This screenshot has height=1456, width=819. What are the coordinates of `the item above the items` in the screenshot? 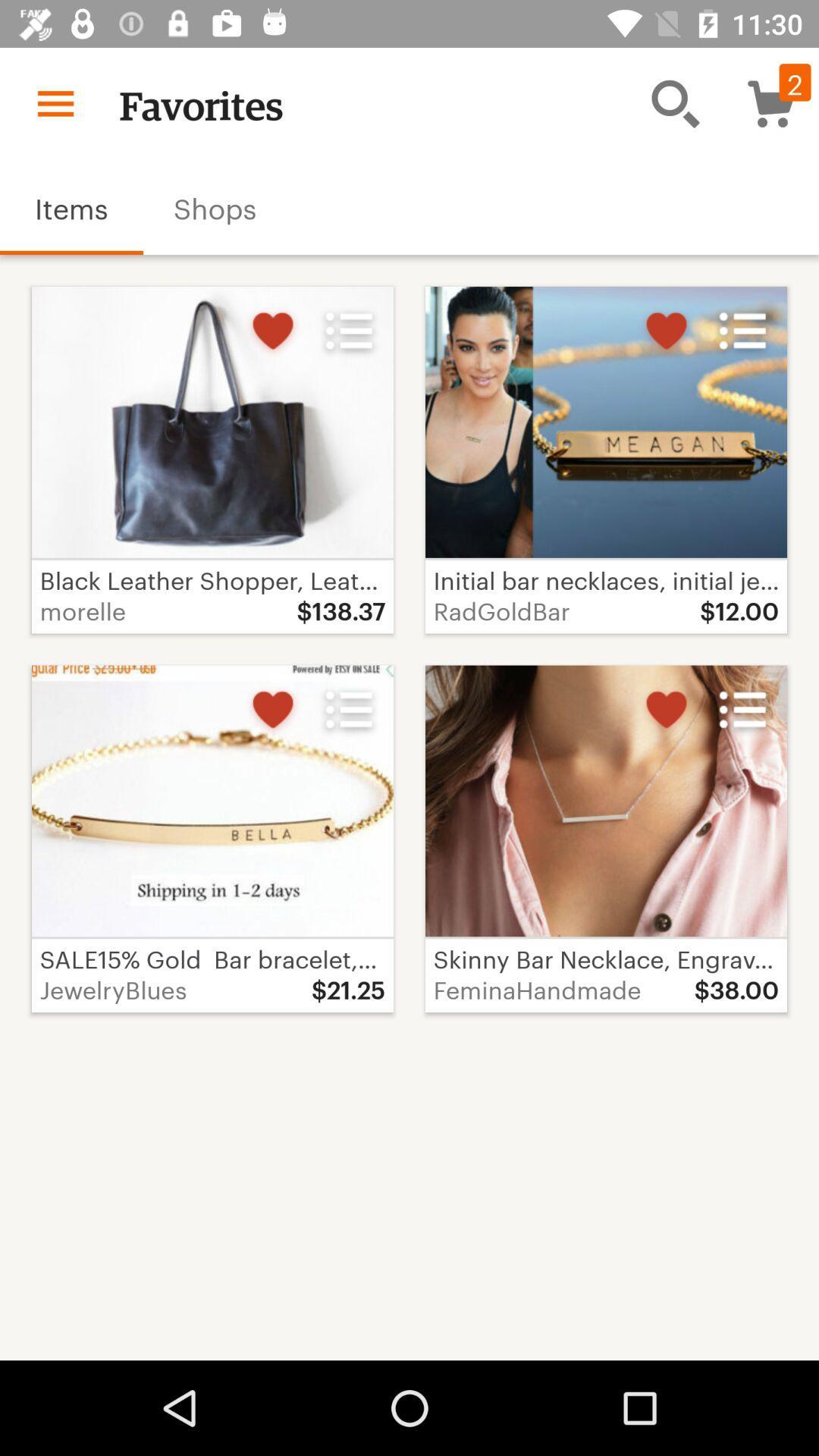 It's located at (55, 102).